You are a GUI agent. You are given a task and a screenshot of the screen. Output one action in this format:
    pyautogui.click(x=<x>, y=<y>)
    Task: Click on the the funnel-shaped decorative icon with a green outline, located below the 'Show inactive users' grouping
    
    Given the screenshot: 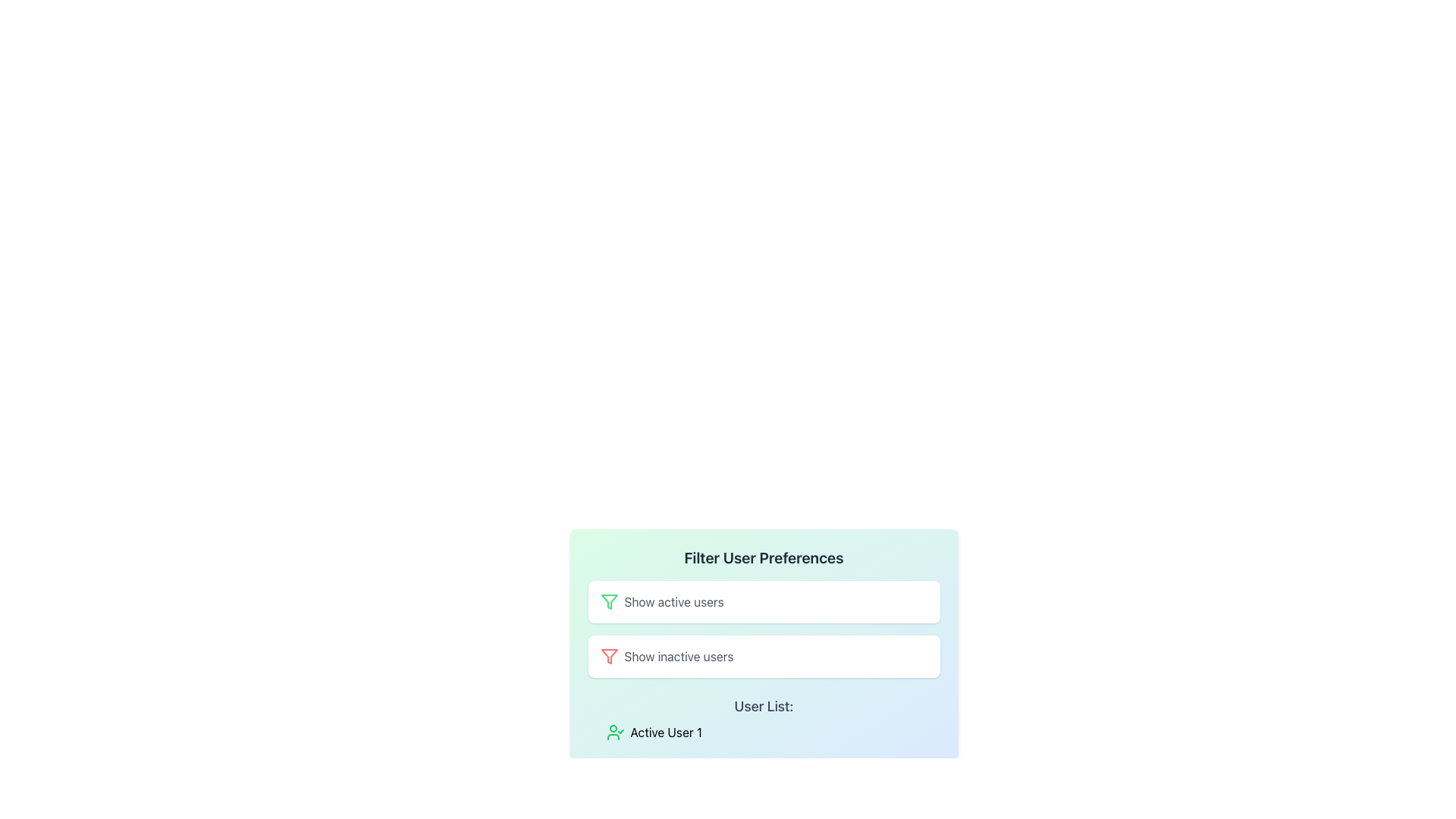 What is the action you would take?
    pyautogui.click(x=609, y=601)
    